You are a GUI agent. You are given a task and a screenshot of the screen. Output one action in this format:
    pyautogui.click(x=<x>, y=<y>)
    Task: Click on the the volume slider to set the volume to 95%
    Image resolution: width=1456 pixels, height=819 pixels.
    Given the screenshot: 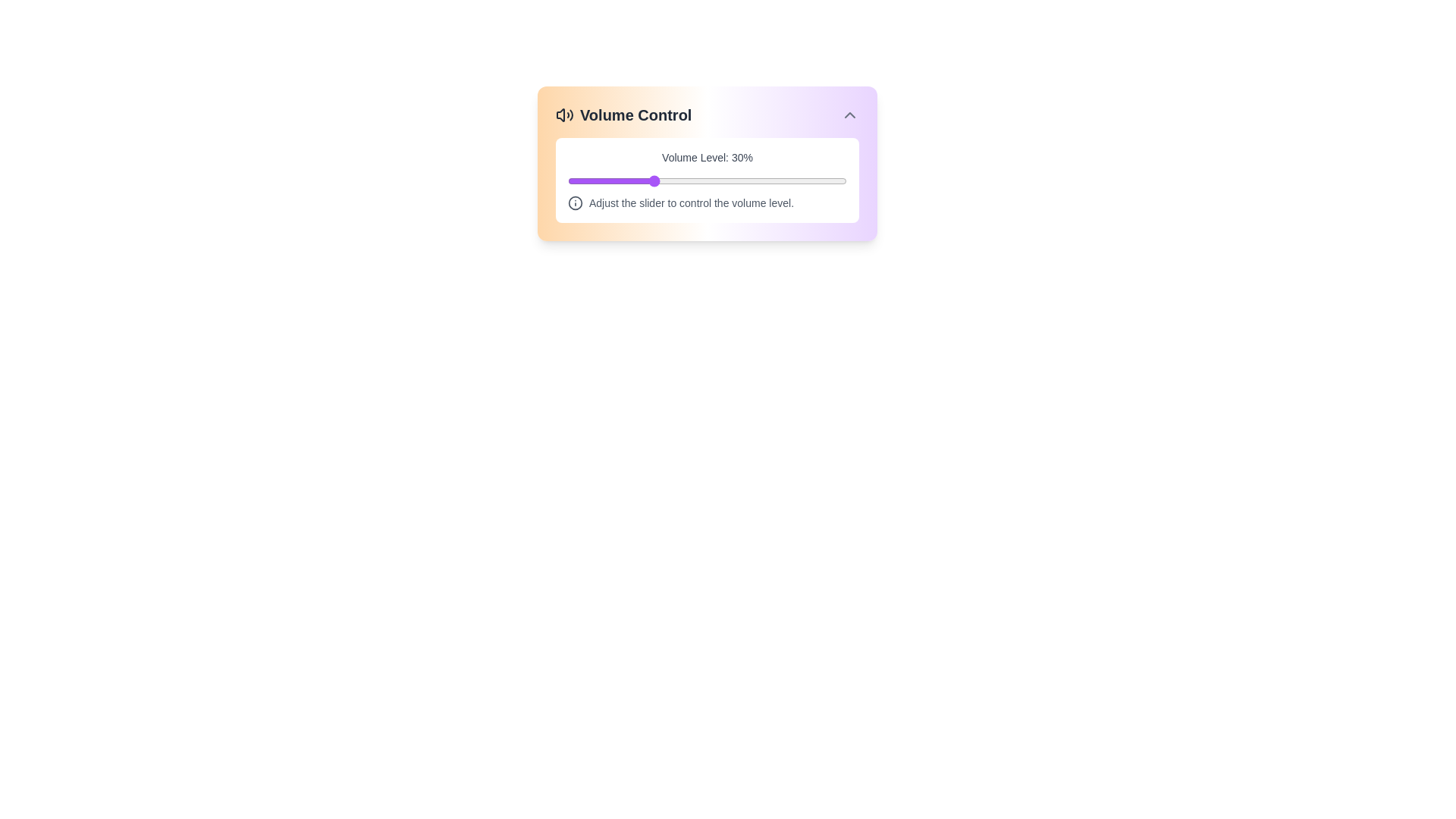 What is the action you would take?
    pyautogui.click(x=832, y=180)
    